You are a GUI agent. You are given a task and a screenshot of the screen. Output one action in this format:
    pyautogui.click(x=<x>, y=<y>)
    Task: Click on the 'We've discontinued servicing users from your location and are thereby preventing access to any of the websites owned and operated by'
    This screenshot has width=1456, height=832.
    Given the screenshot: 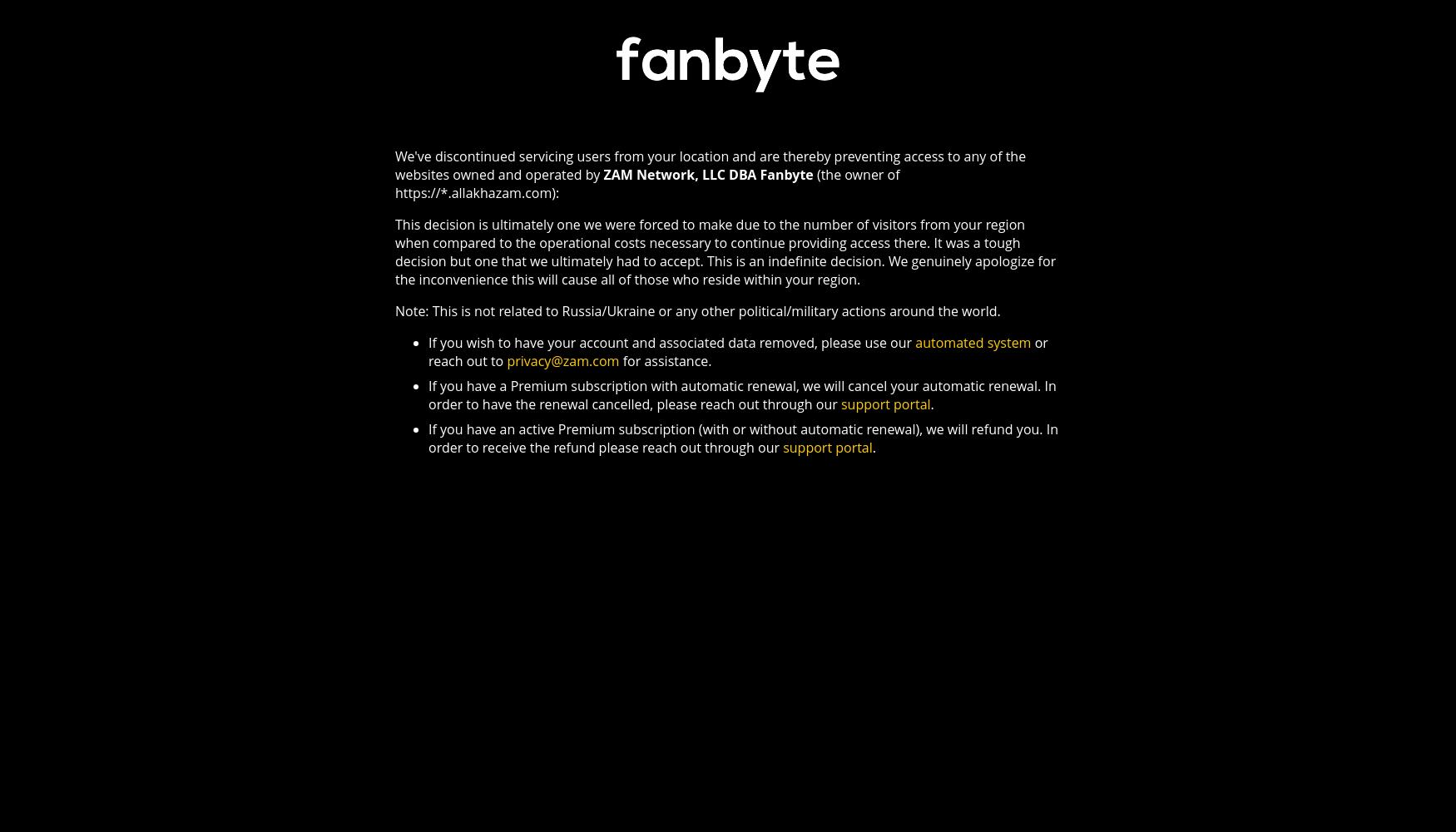 What is the action you would take?
    pyautogui.click(x=711, y=164)
    